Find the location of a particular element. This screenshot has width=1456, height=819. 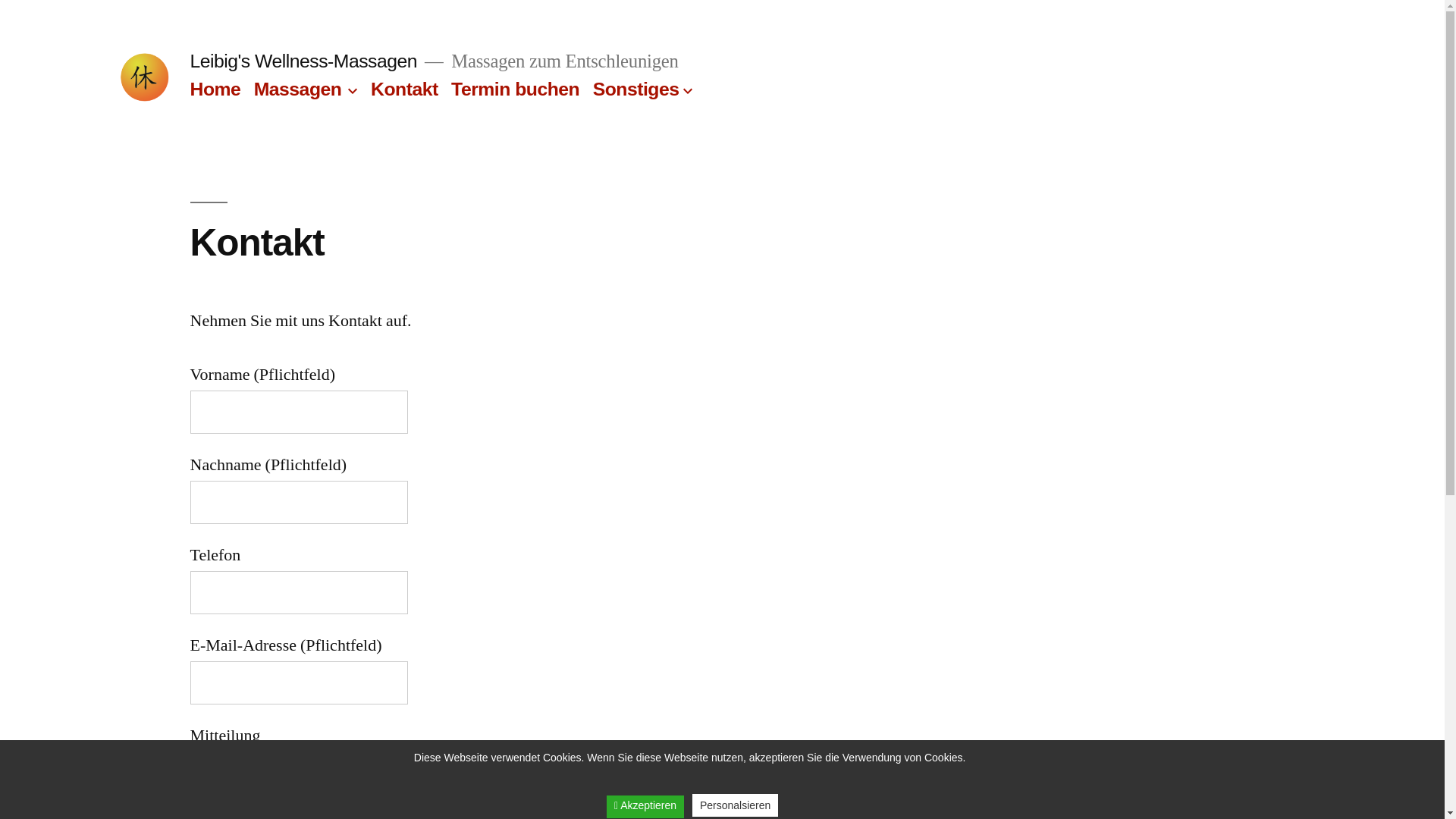

'Leibig's Wellness-Massagen' is located at coordinates (303, 60).